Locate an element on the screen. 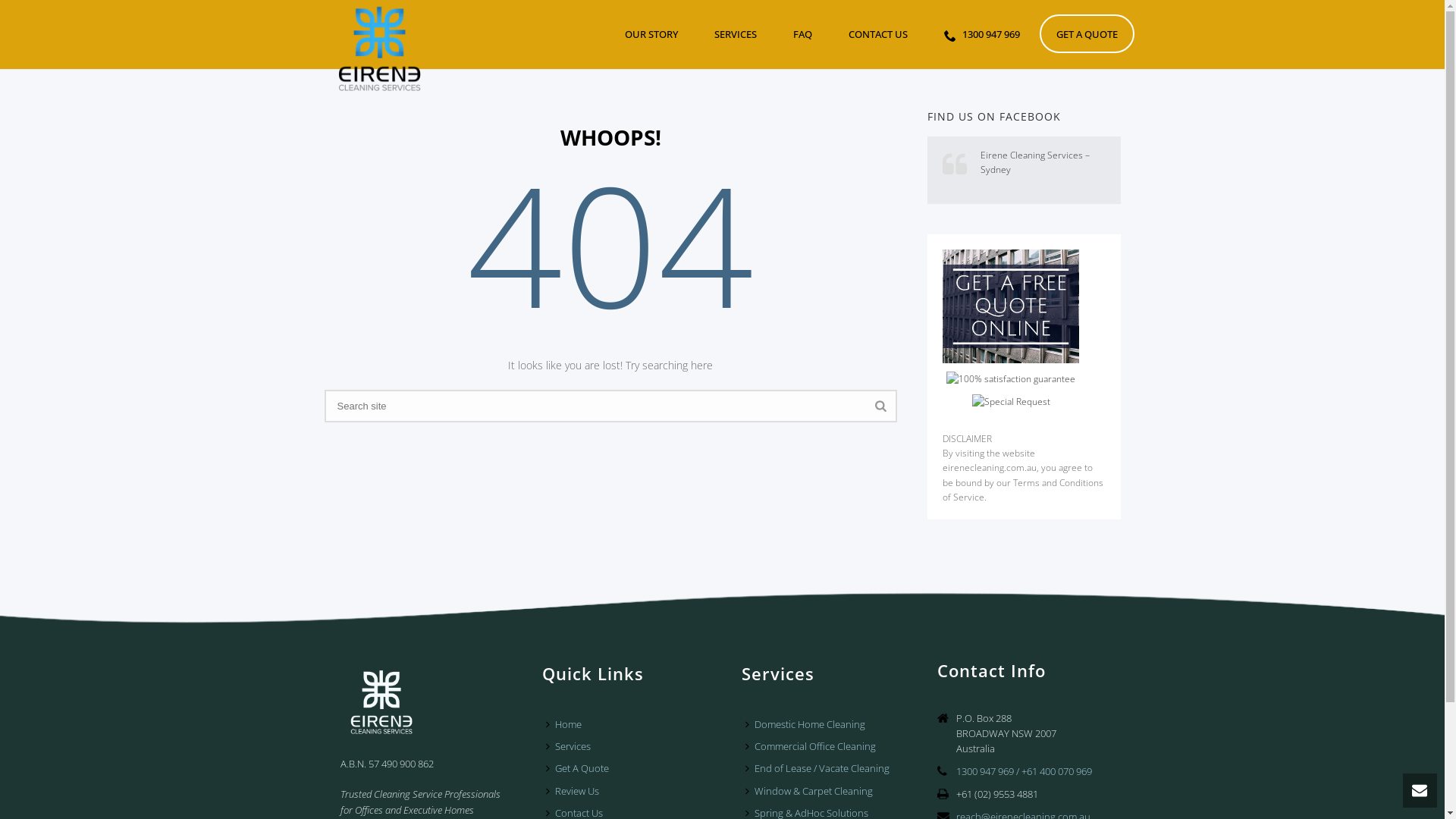  'Commercial Office Cleaning' is located at coordinates (814, 745).